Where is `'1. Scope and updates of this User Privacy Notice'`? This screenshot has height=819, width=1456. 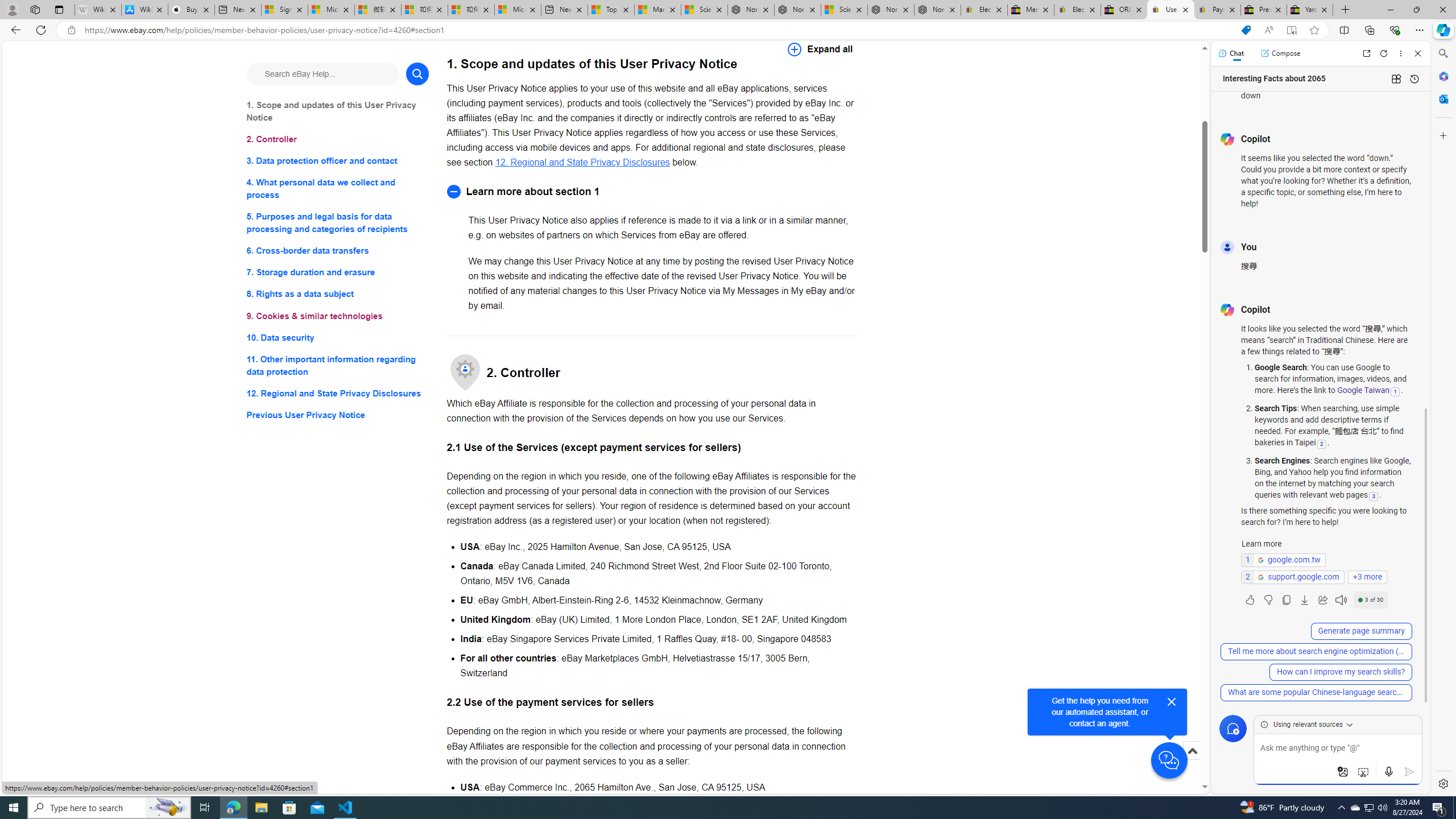
'1. Scope and updates of this User Privacy Notice' is located at coordinates (337, 111).